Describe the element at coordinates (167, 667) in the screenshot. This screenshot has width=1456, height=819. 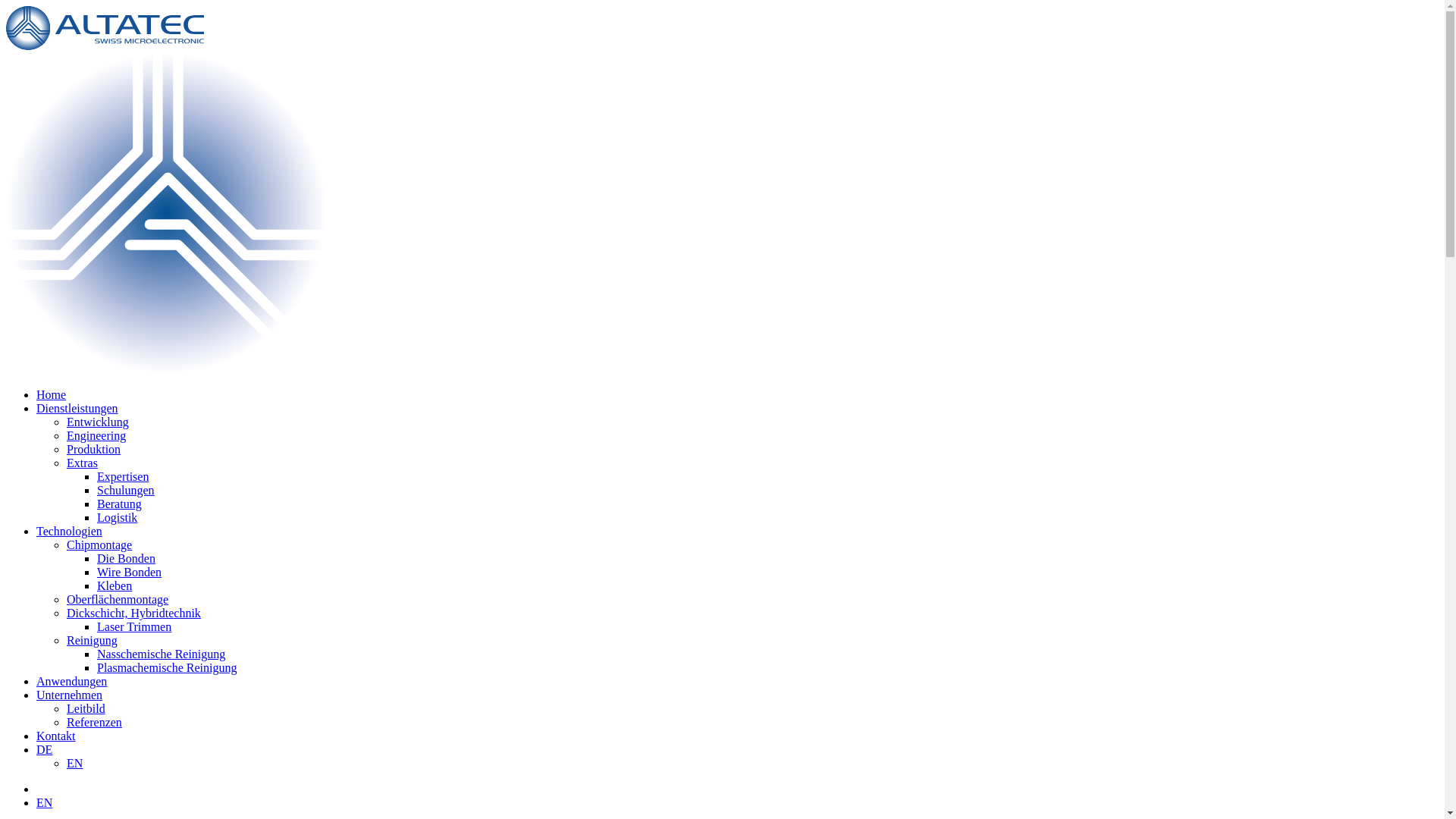
I see `'Plasmachemische Reinigung'` at that location.